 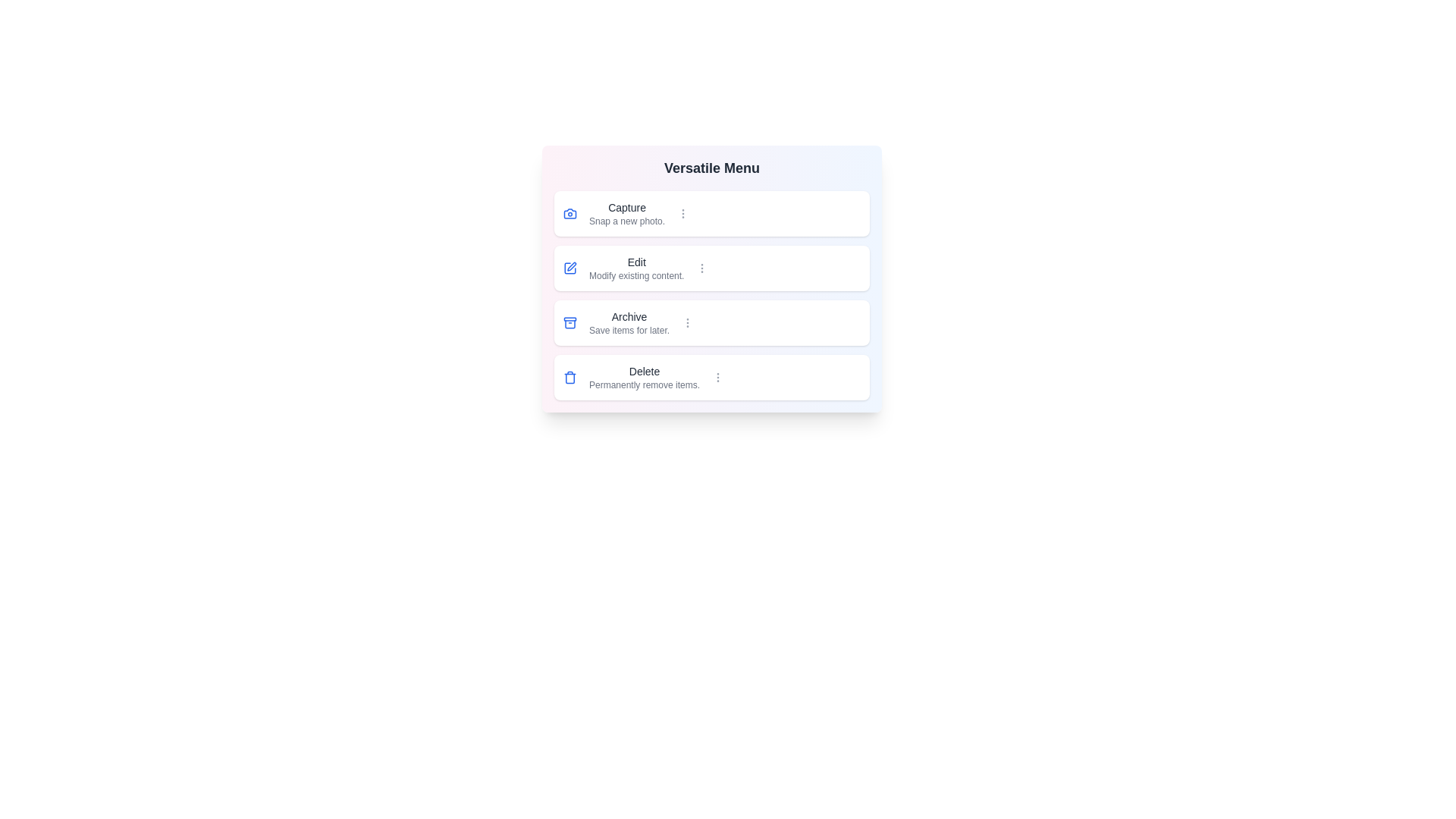 I want to click on the menu item corresponding to Edit, so click(x=711, y=268).